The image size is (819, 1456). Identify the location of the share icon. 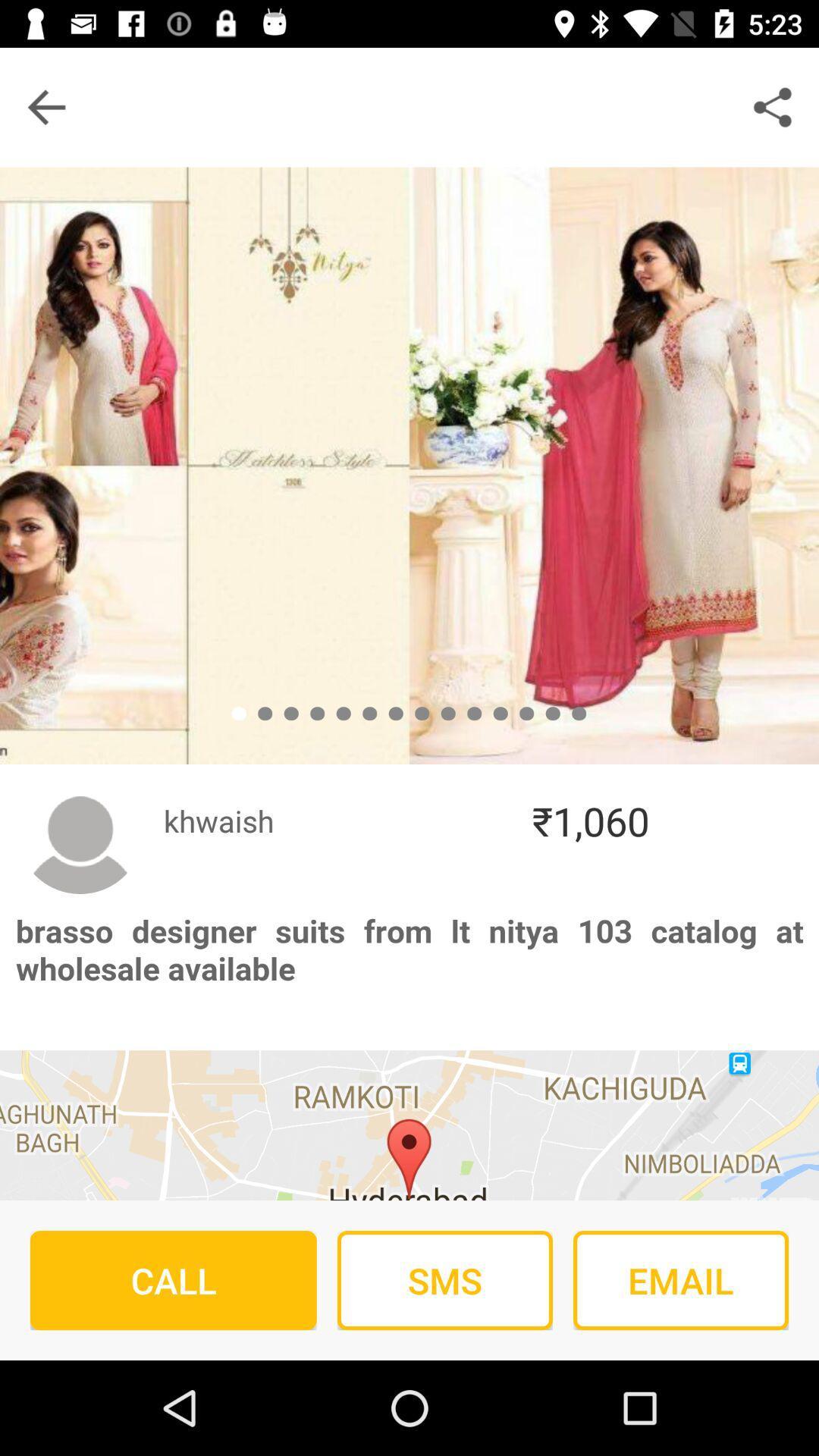
(772, 106).